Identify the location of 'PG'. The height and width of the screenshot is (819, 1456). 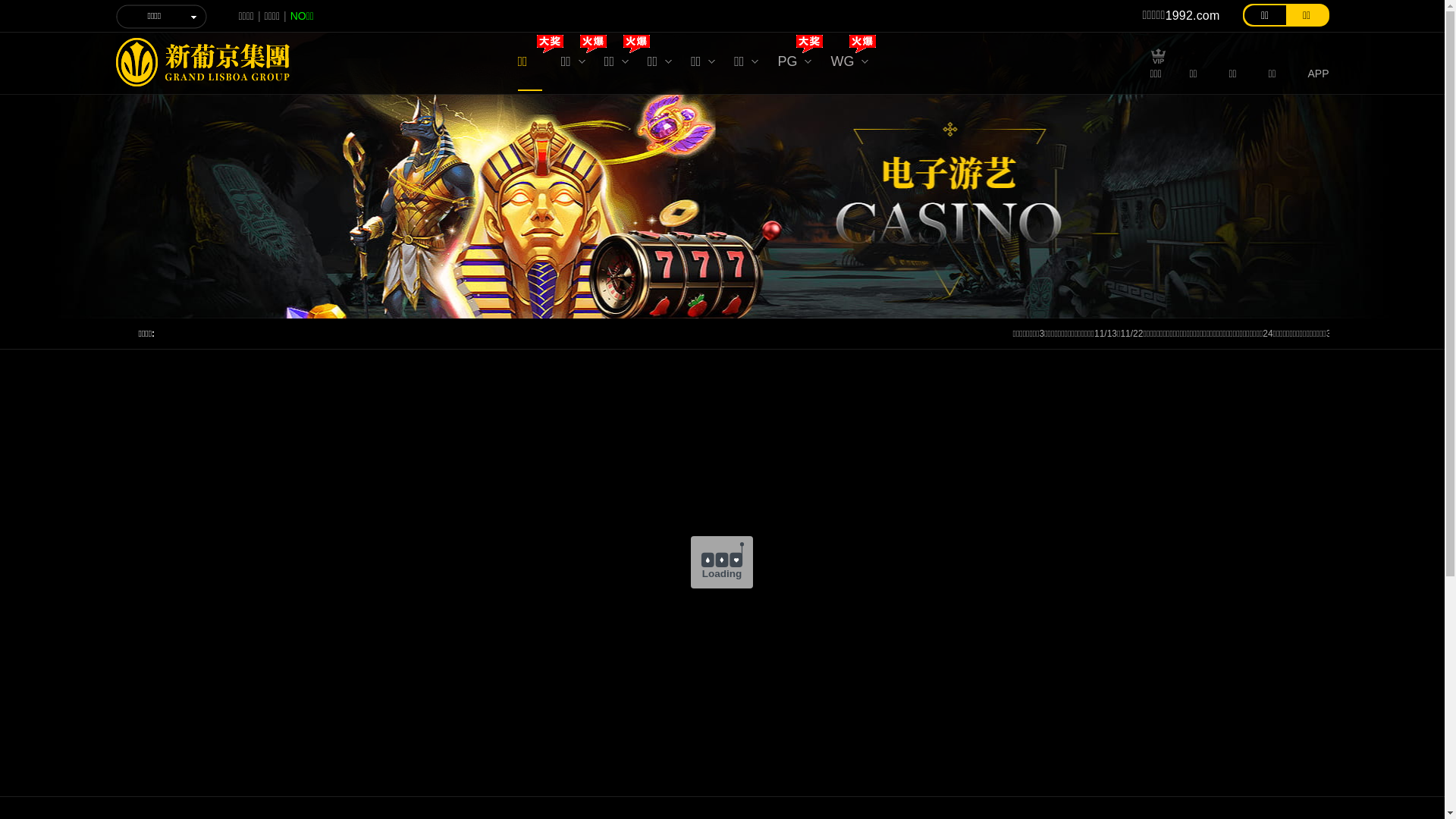
(793, 64).